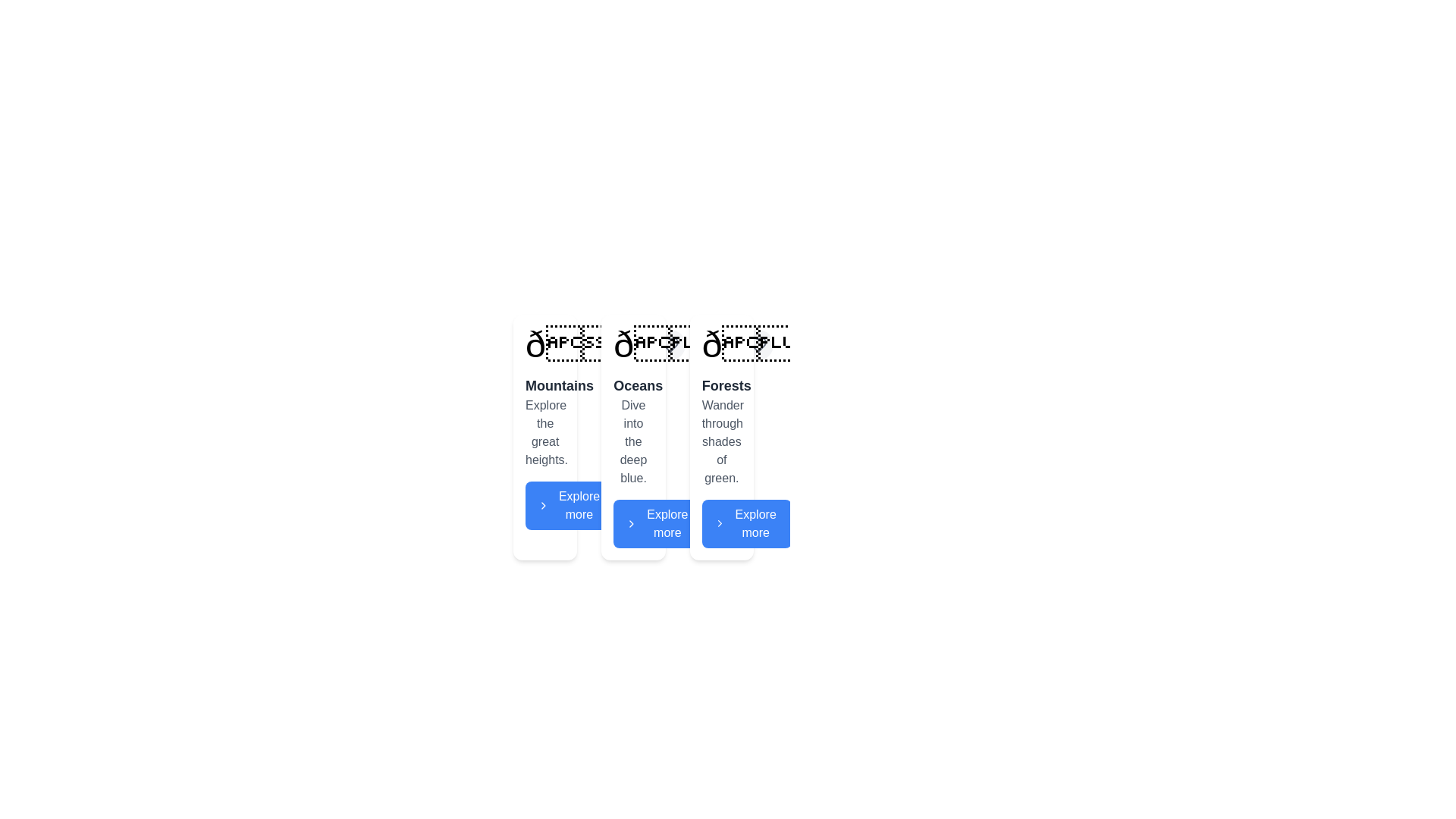 The image size is (1456, 819). What do you see at coordinates (589, 345) in the screenshot?
I see `the text component displaying a trophy emoji, prominently styled with the CSS class 'text-5xl', located above the title 'Mountains' in the first card of three` at bounding box center [589, 345].